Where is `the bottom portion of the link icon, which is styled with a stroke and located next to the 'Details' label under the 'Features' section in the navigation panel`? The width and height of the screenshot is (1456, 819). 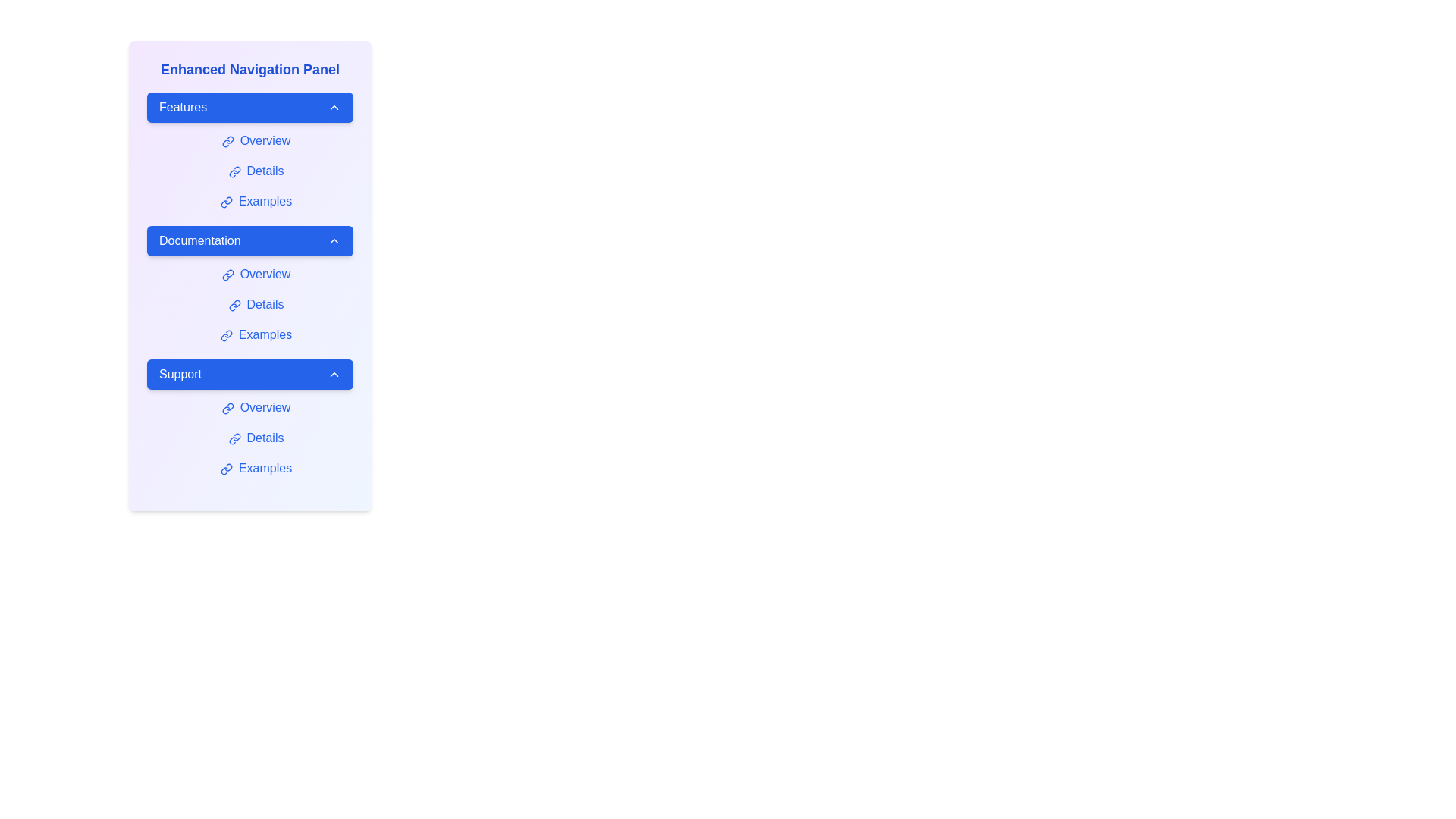
the bottom portion of the link icon, which is styled with a stroke and located next to the 'Details' label under the 'Features' section in the navigation panel is located at coordinates (231, 173).